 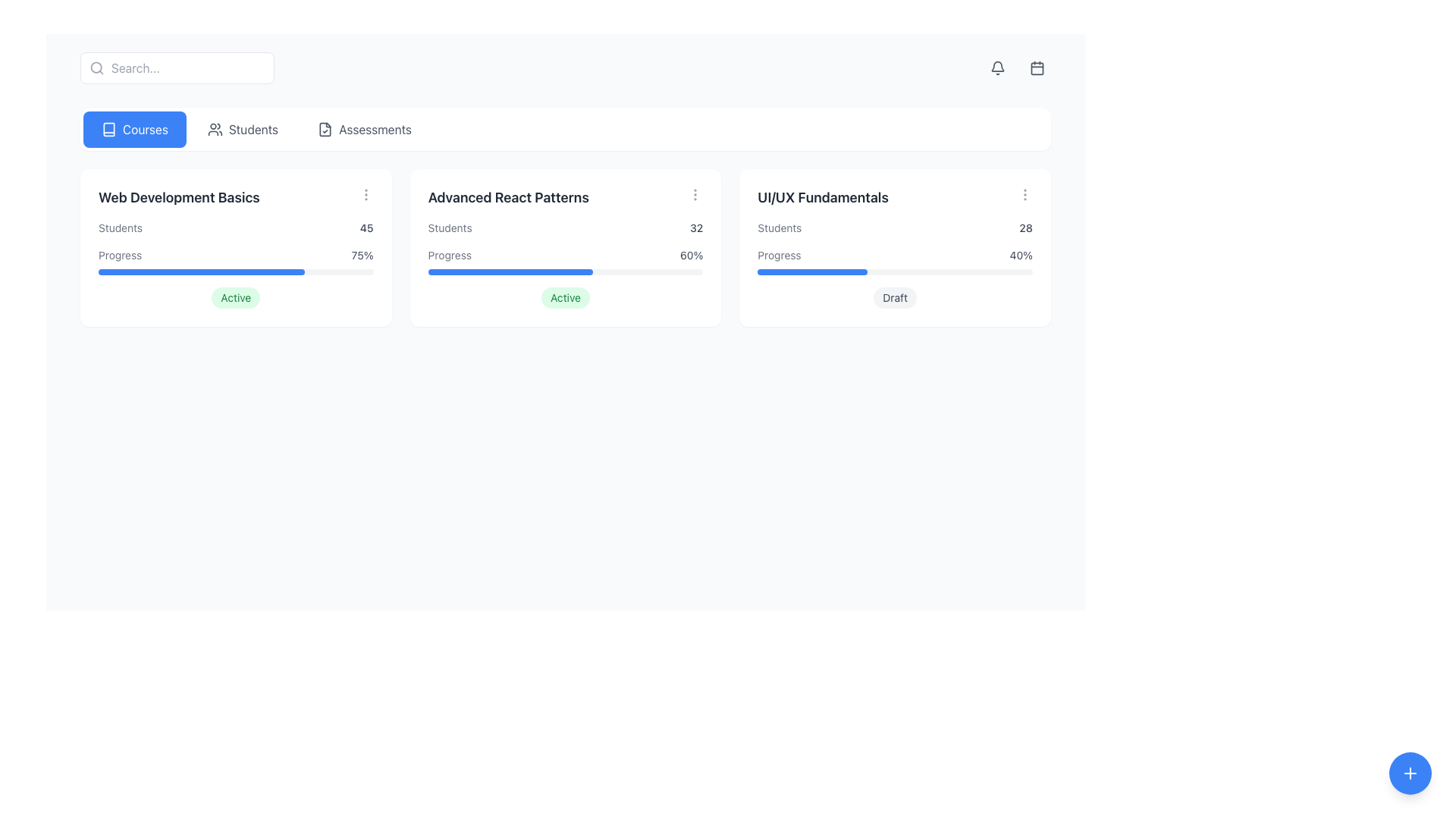 What do you see at coordinates (364, 128) in the screenshot?
I see `the 'Assessments' navigation button located in the navigation bar to observe a visual cue indicating interactivity` at bounding box center [364, 128].